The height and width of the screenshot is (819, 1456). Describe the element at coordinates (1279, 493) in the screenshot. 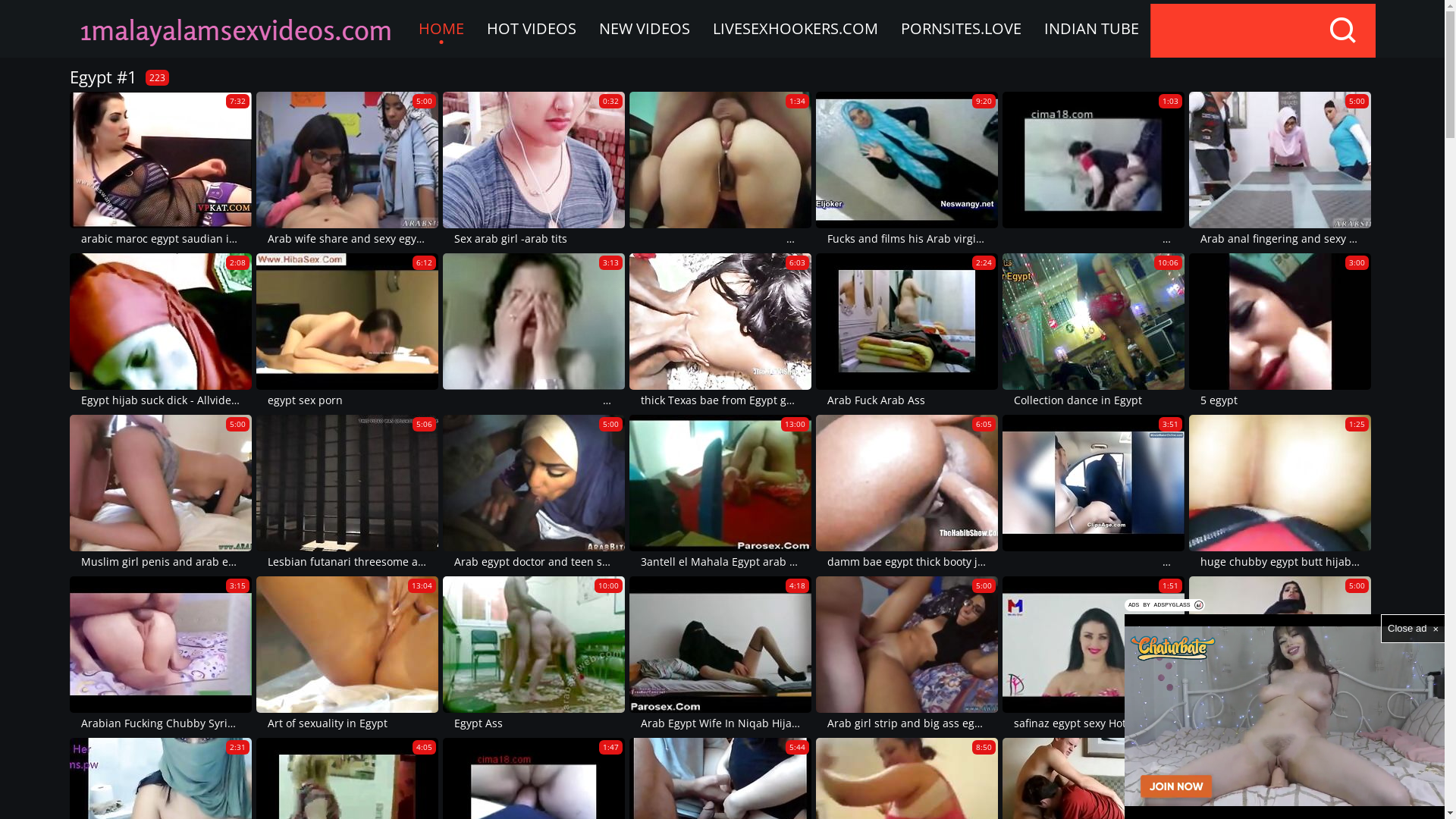

I see `'1:25` at that location.